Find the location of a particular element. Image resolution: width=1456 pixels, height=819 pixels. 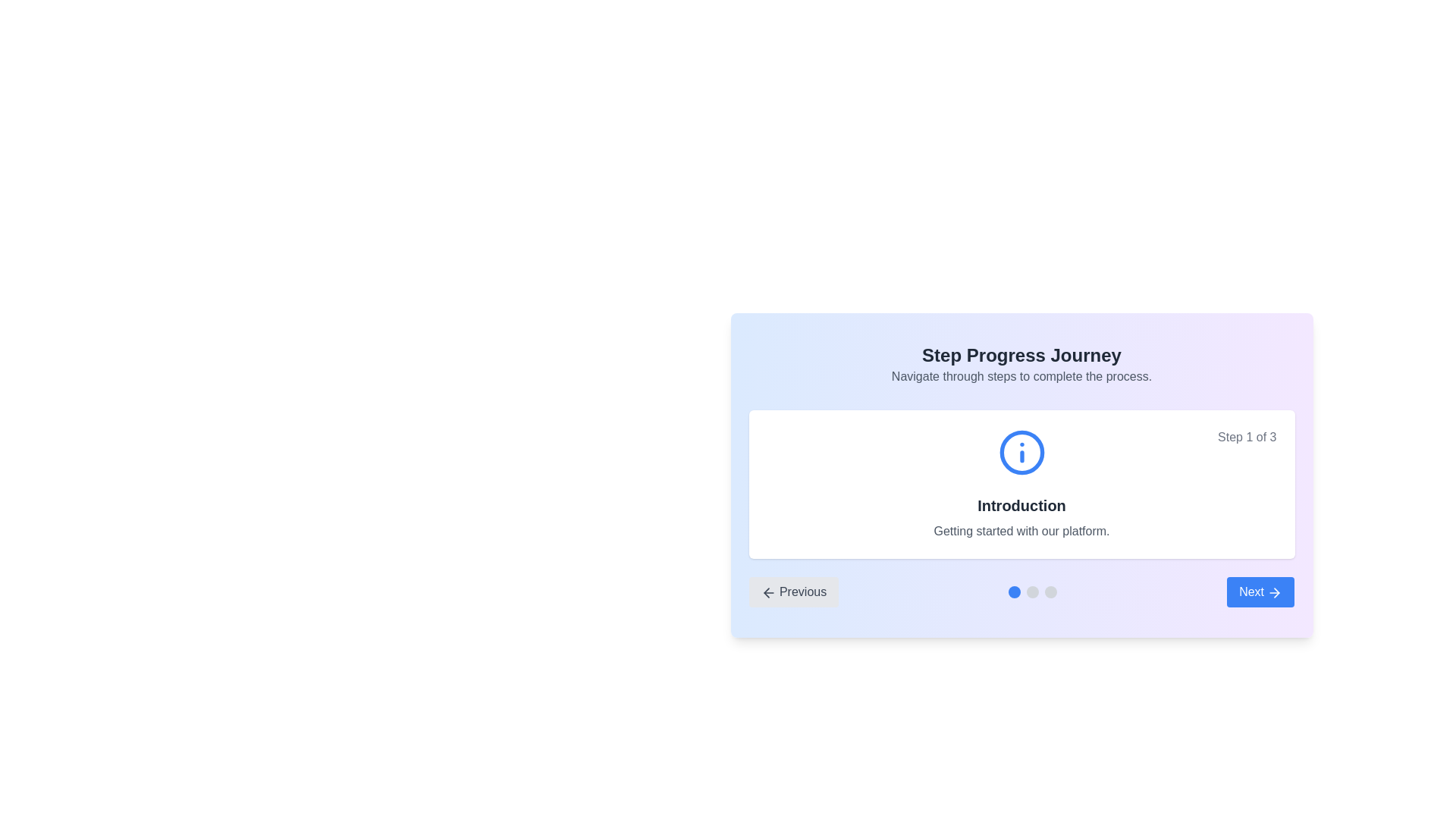

the text element displaying 'Getting started with our platform.' which is located beneath the 'Introduction' heading in the central Step Progress section is located at coordinates (1021, 531).